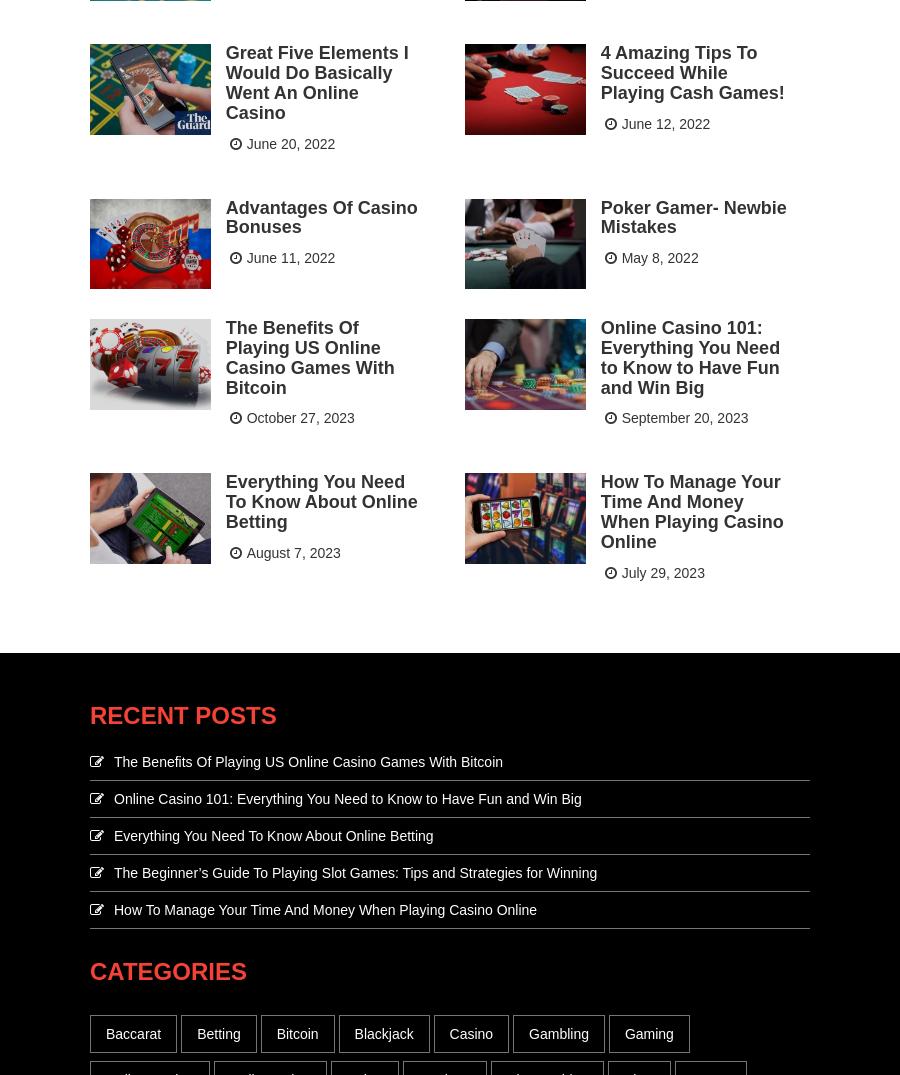 The image size is (900, 1075). Describe the element at coordinates (355, 870) in the screenshot. I see `'The Beginner’s Guide To Playing Slot Games: Tips and Strategies for Winning'` at that location.